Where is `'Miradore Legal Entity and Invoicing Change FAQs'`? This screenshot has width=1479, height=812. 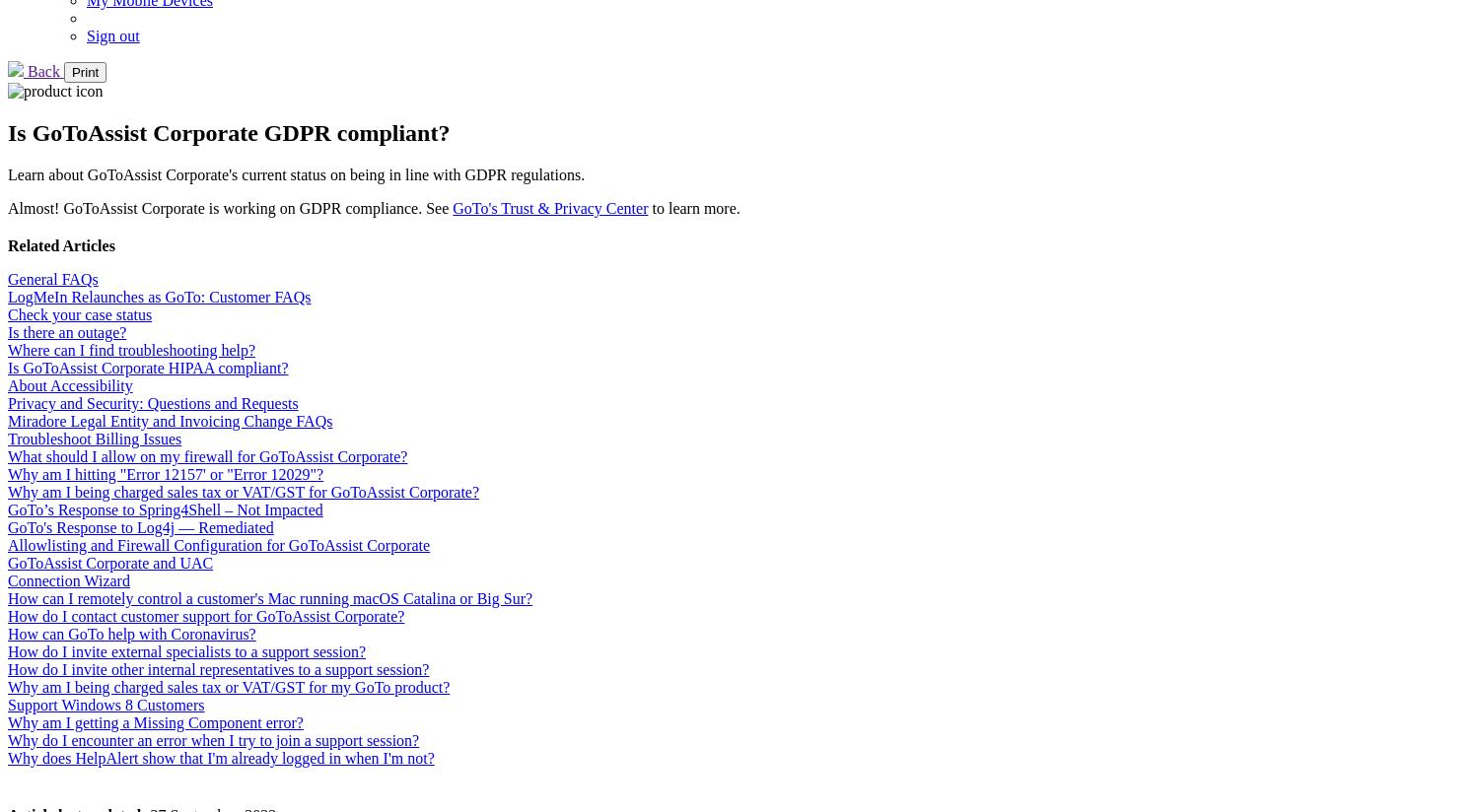 'Miradore Legal Entity and Invoicing Change FAQs' is located at coordinates (7, 419).